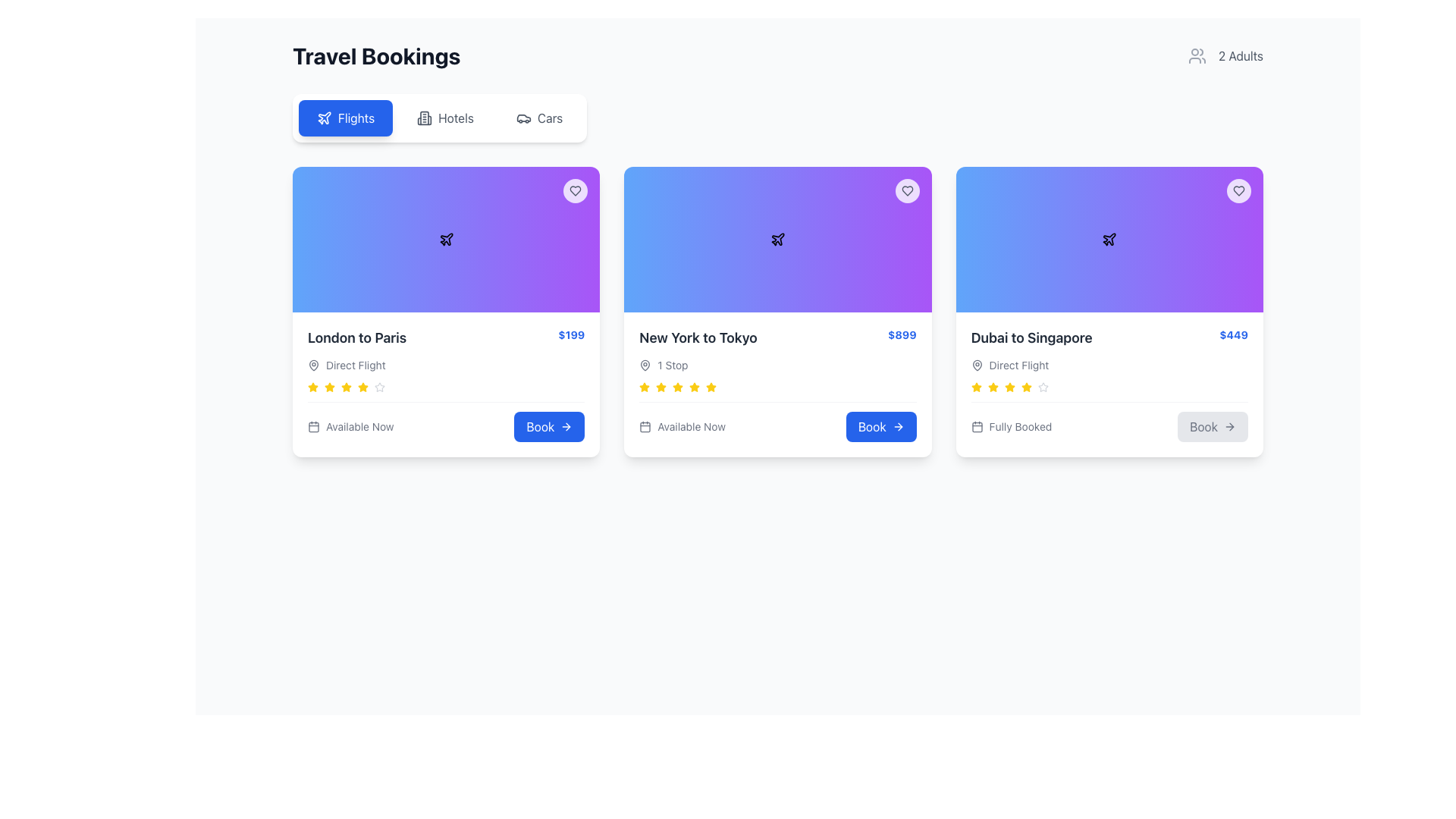  What do you see at coordinates (323, 117) in the screenshot?
I see `the 'Flights' icon, which is a visual representation of the air travel category, located to the left of the 'Flights' text label in the top section of the interface` at bounding box center [323, 117].